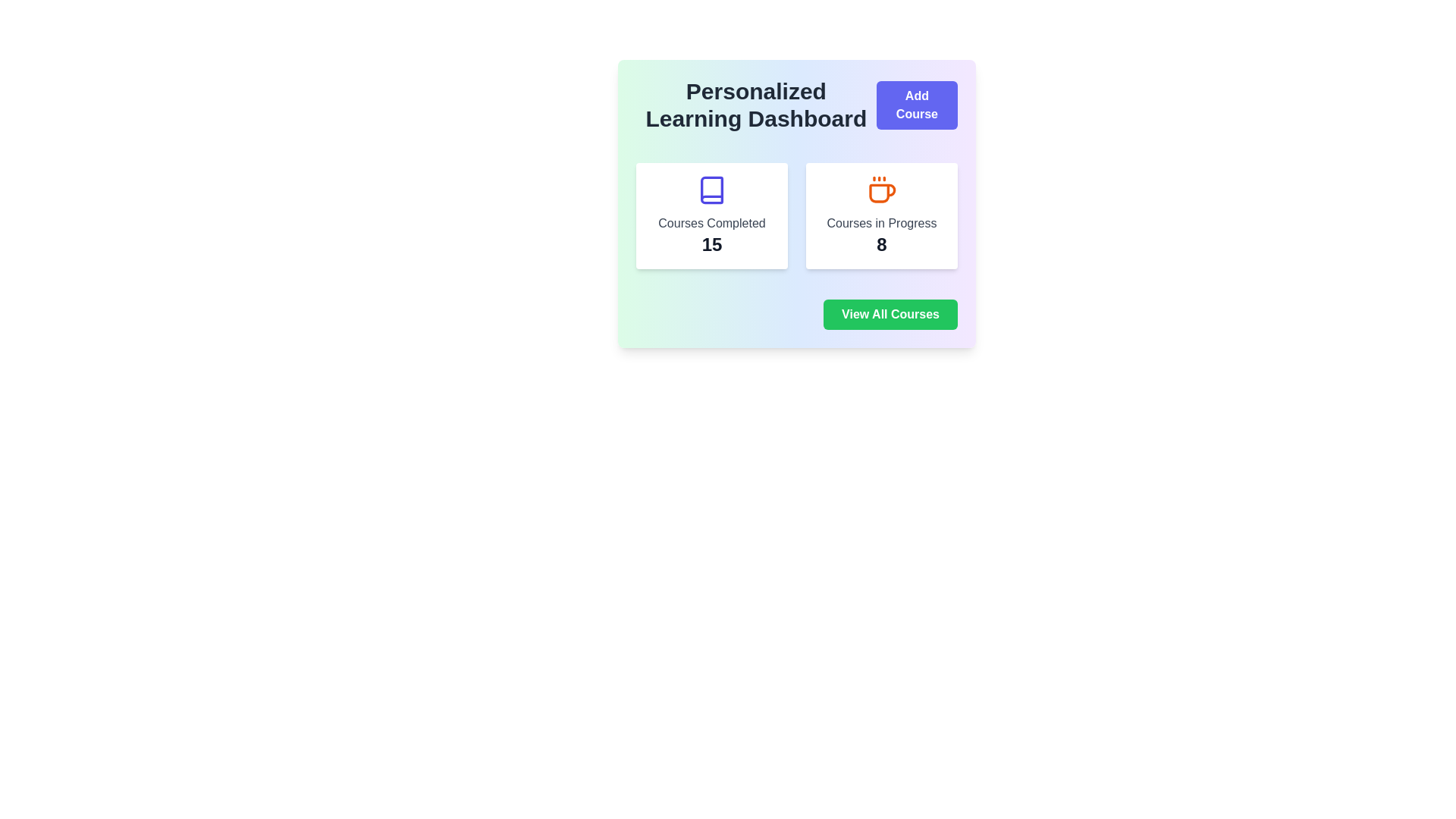 The height and width of the screenshot is (819, 1456). What do you see at coordinates (796, 314) in the screenshot?
I see `the button located at the bottom right of the 'Personalized Learning Dashboard' section` at bounding box center [796, 314].